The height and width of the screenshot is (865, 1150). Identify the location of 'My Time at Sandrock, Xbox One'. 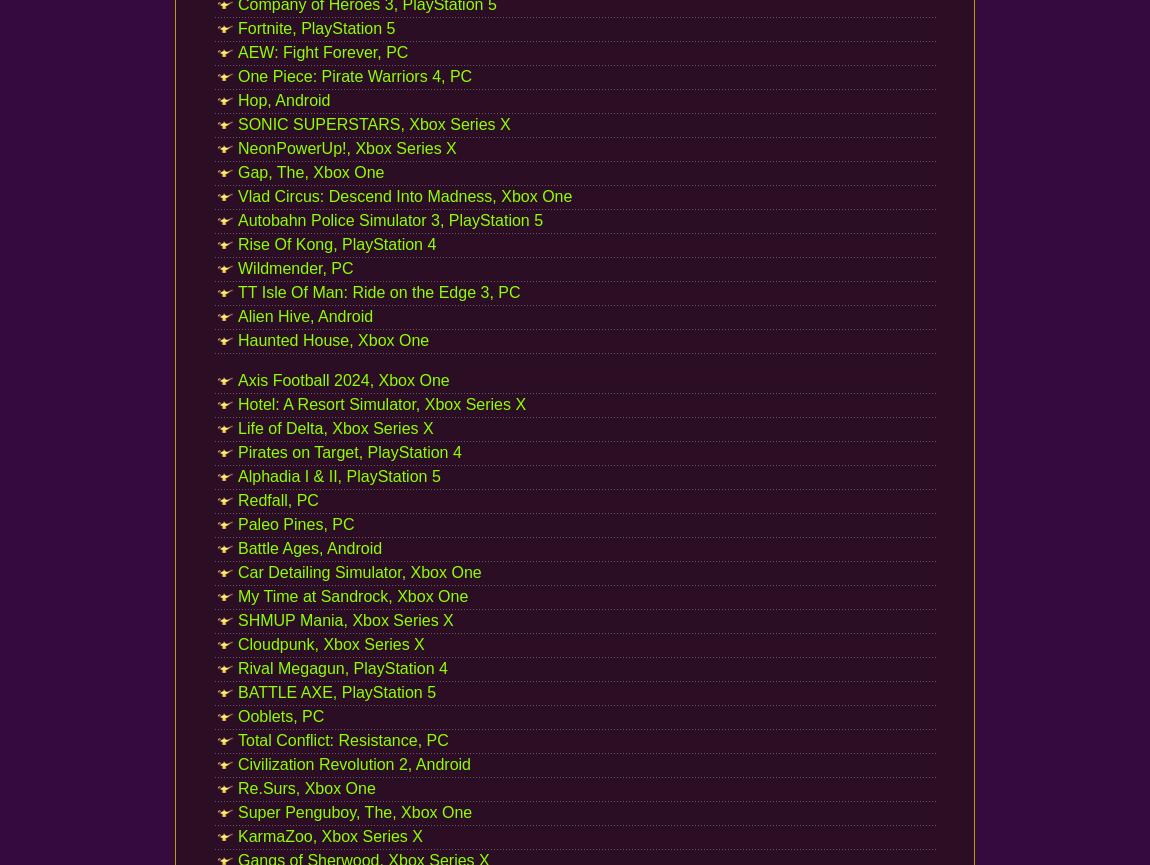
(353, 596).